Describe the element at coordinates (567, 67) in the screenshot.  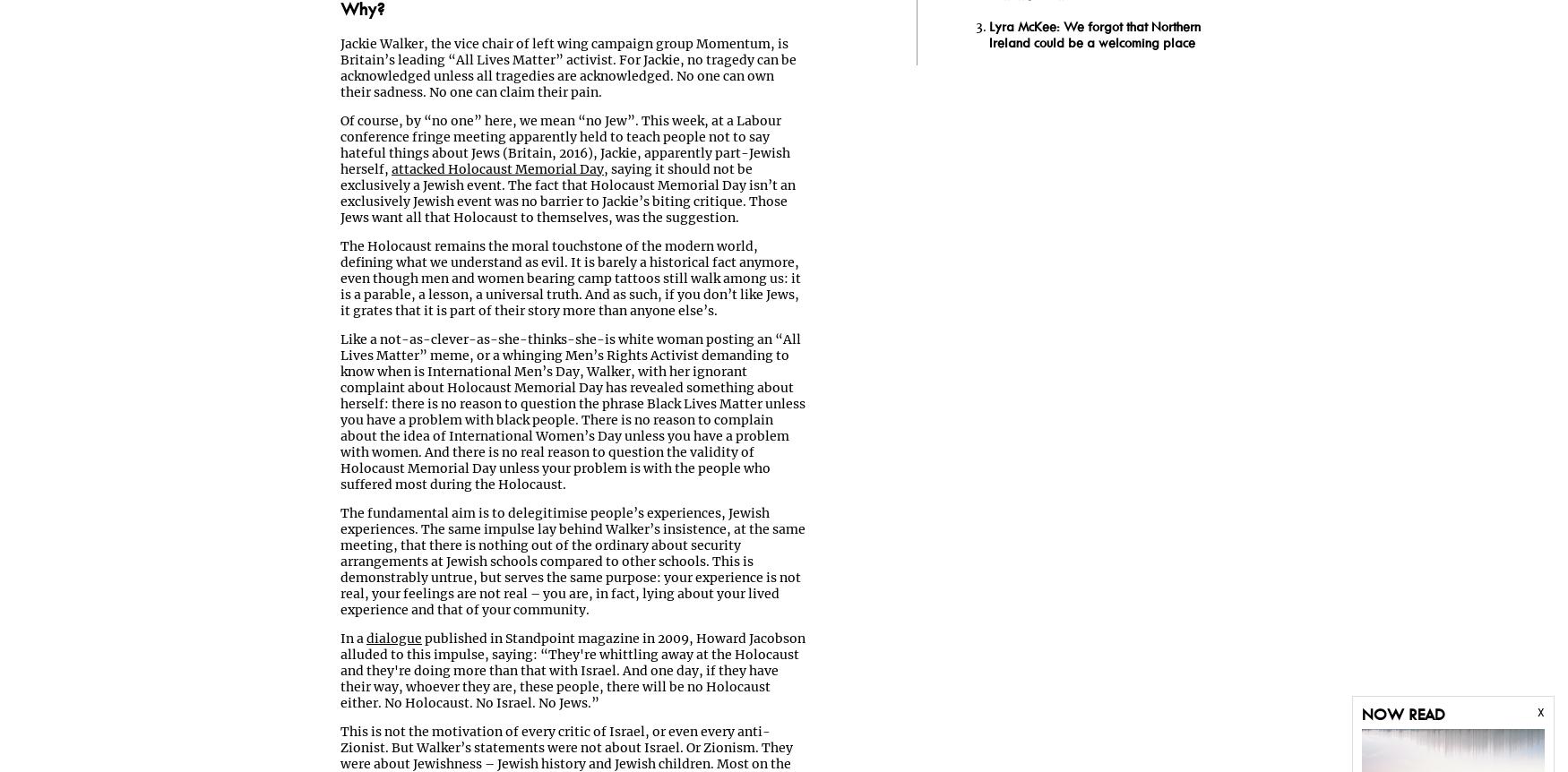
I see `'Jackie Walker, the vice chair of left wing campaign group Momentum, is Britain’s leading “All Lives Matter” activist. For Jackie, no tragedy can be acknowledged unless all tragedies are acknowledged. No one can own their sadness. No one can claim their pain.'` at that location.